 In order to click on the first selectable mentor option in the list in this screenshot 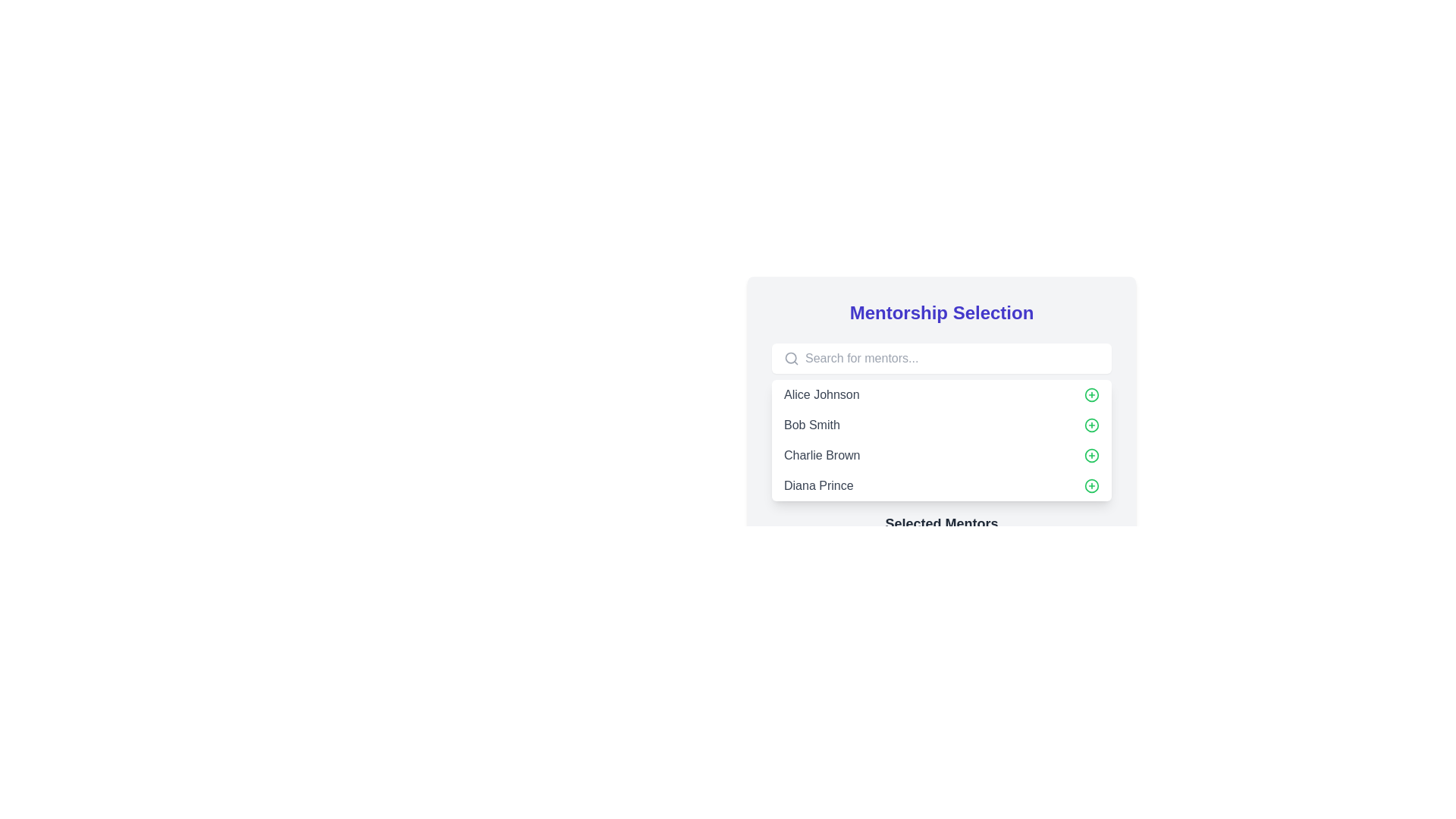, I will do `click(941, 394)`.